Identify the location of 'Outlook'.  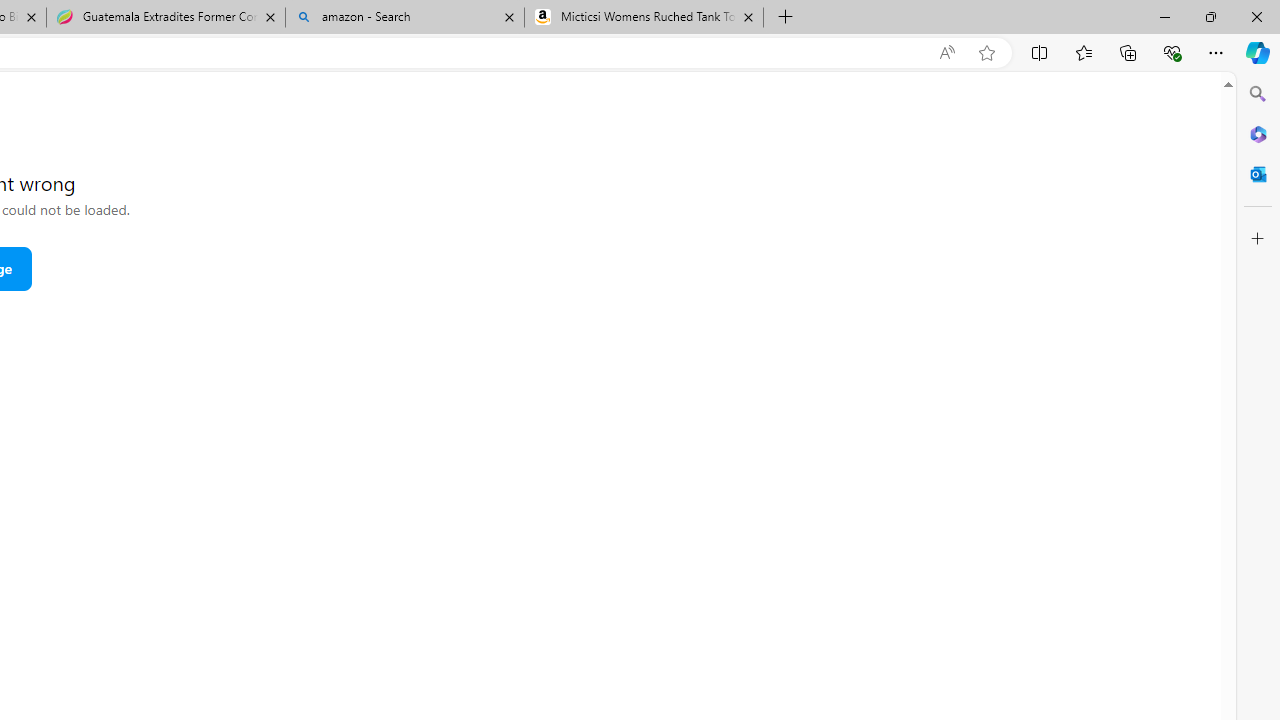
(1257, 173).